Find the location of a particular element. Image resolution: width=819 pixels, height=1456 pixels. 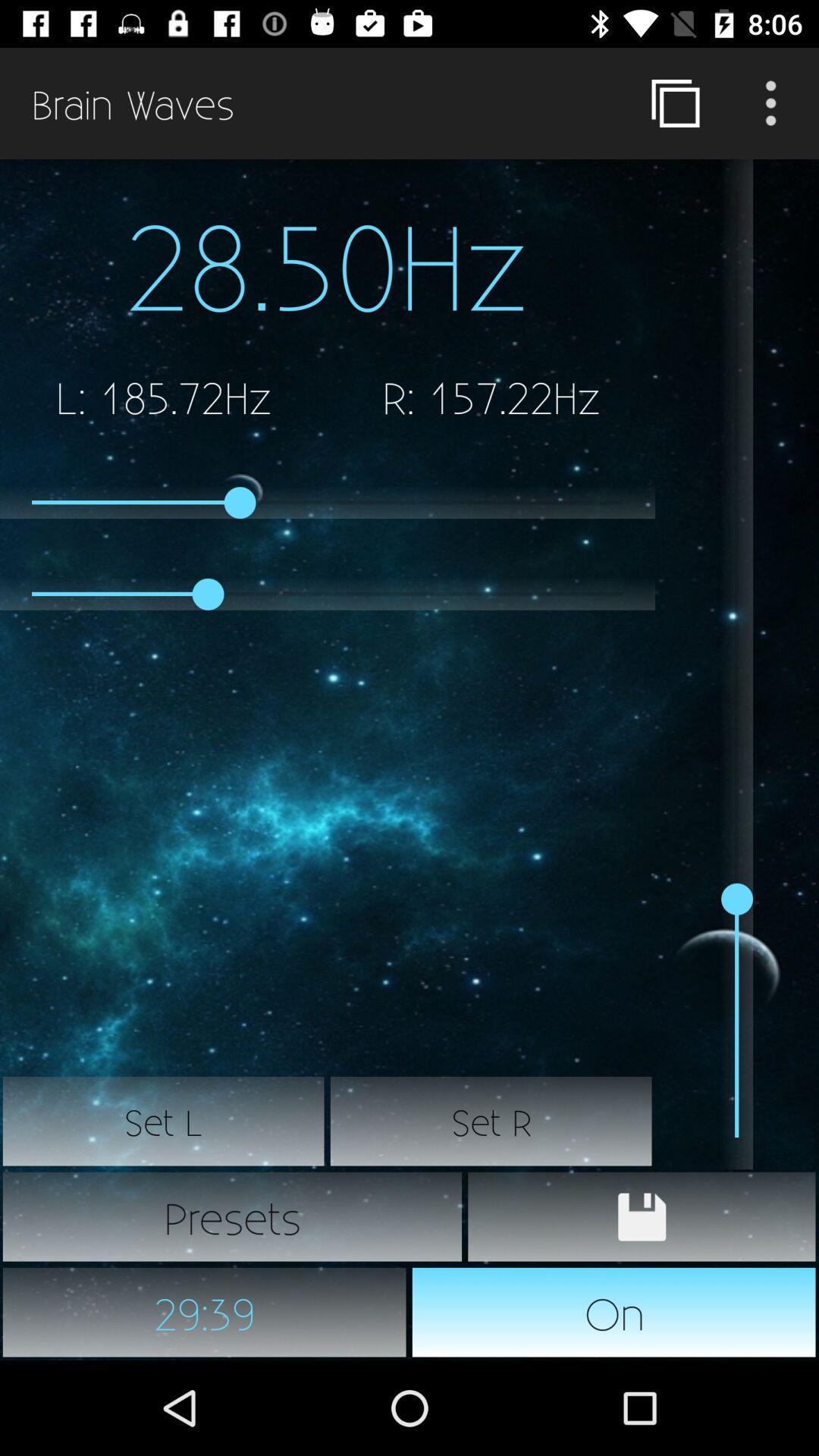

the presets is located at coordinates (232, 1216).